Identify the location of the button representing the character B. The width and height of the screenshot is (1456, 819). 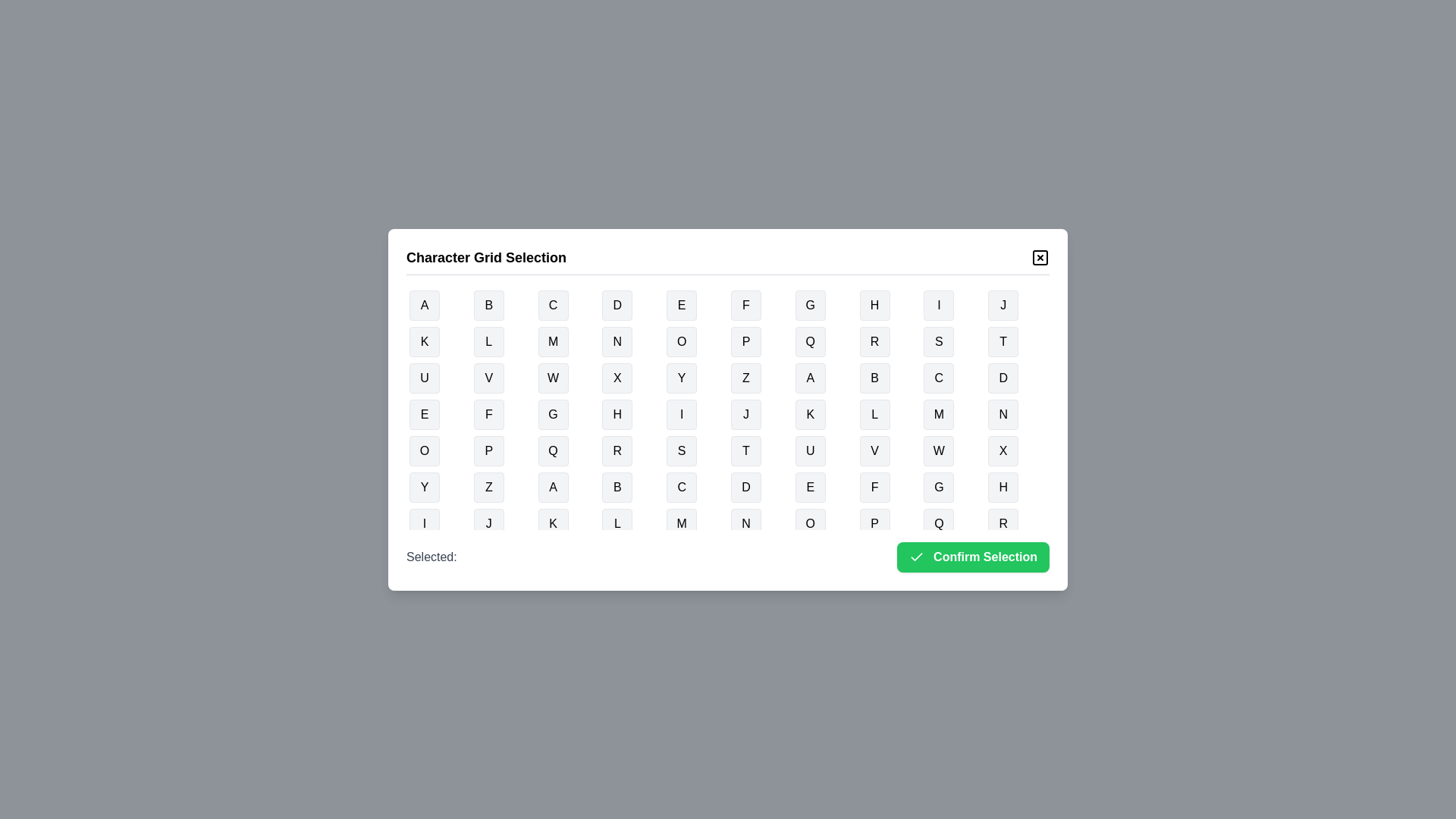
(488, 305).